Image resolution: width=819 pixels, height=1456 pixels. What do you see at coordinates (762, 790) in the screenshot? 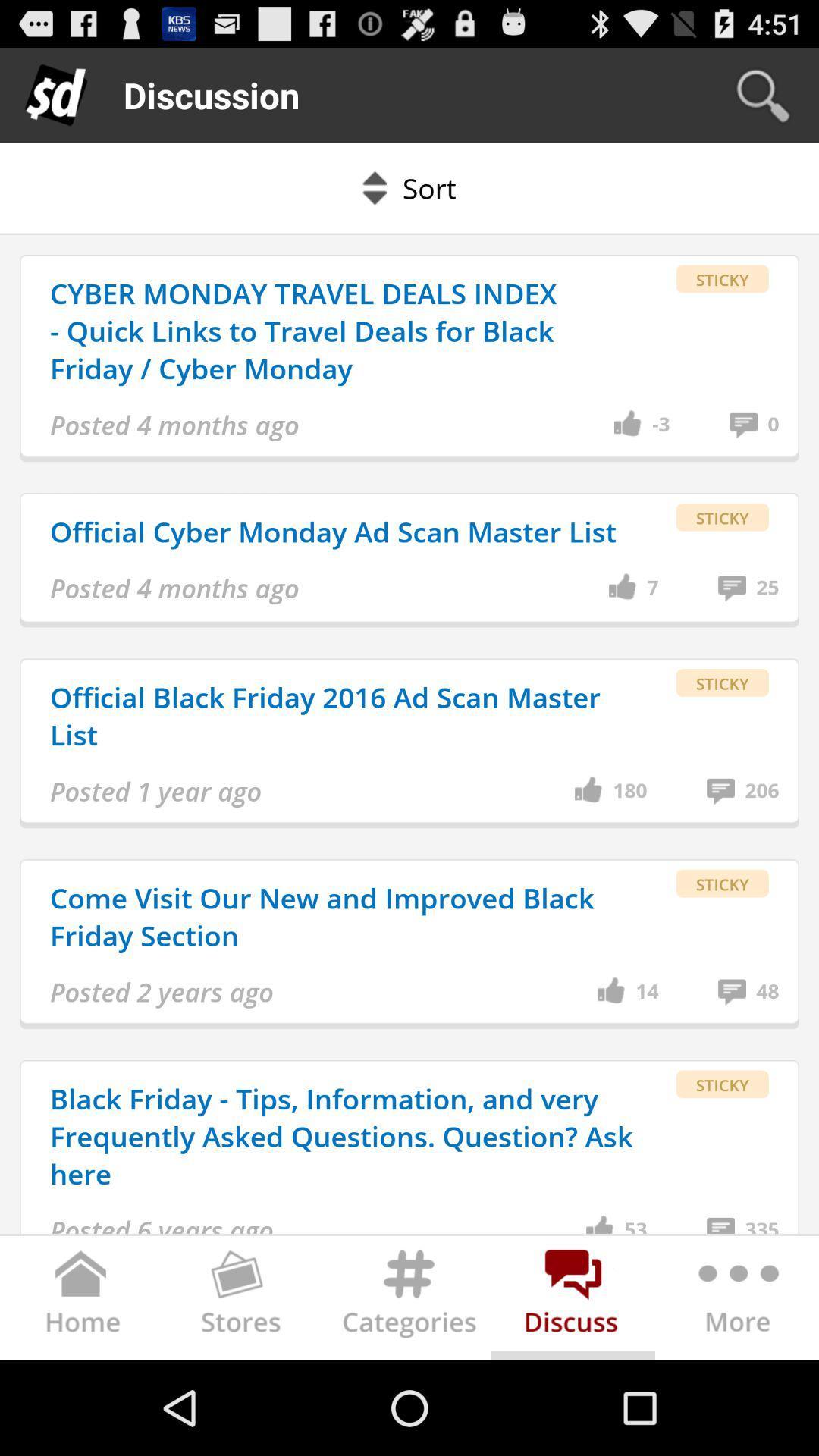
I see `the 206` at bounding box center [762, 790].